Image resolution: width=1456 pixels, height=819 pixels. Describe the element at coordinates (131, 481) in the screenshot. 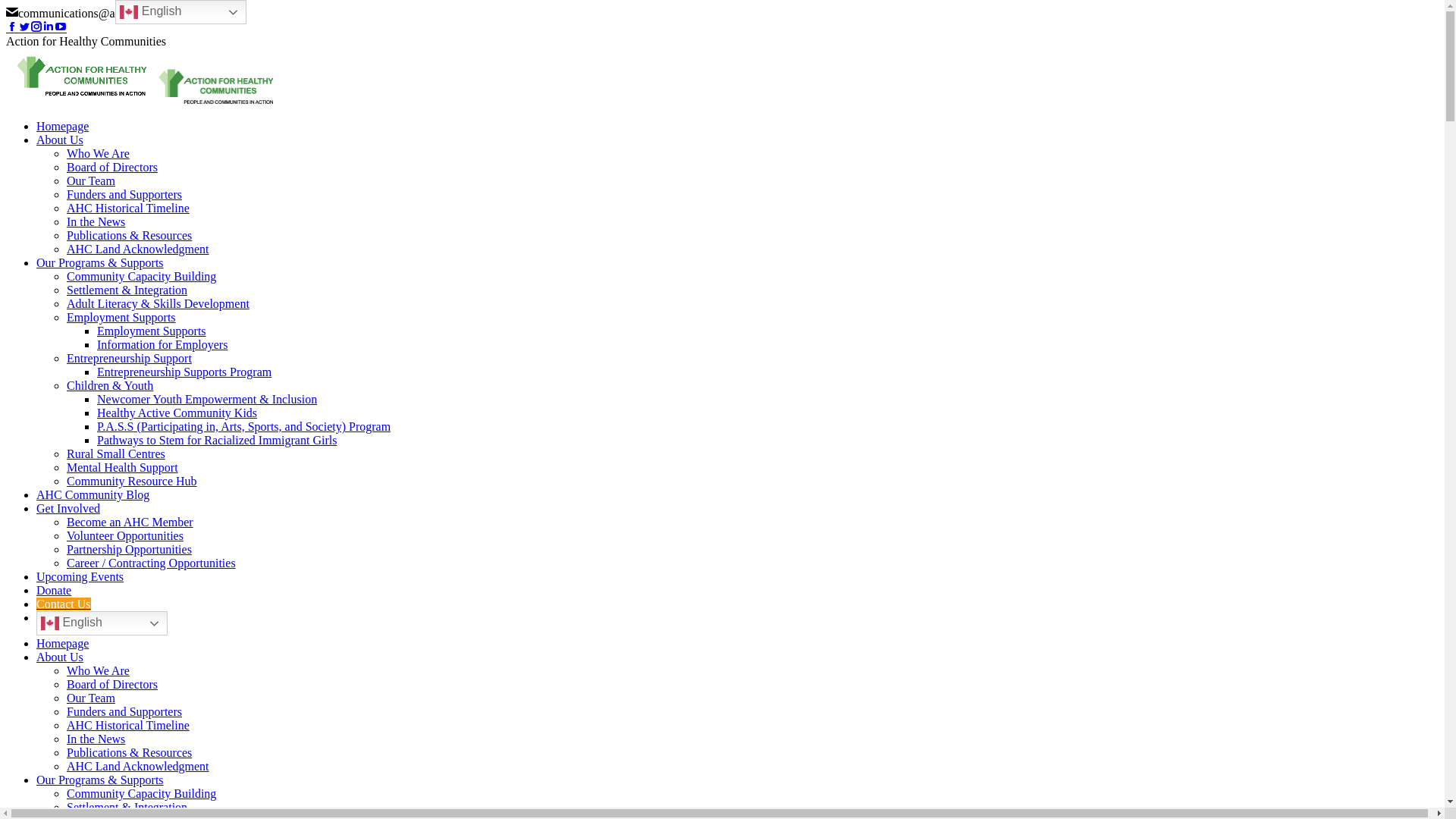

I see `'Community Resource Hub'` at that location.